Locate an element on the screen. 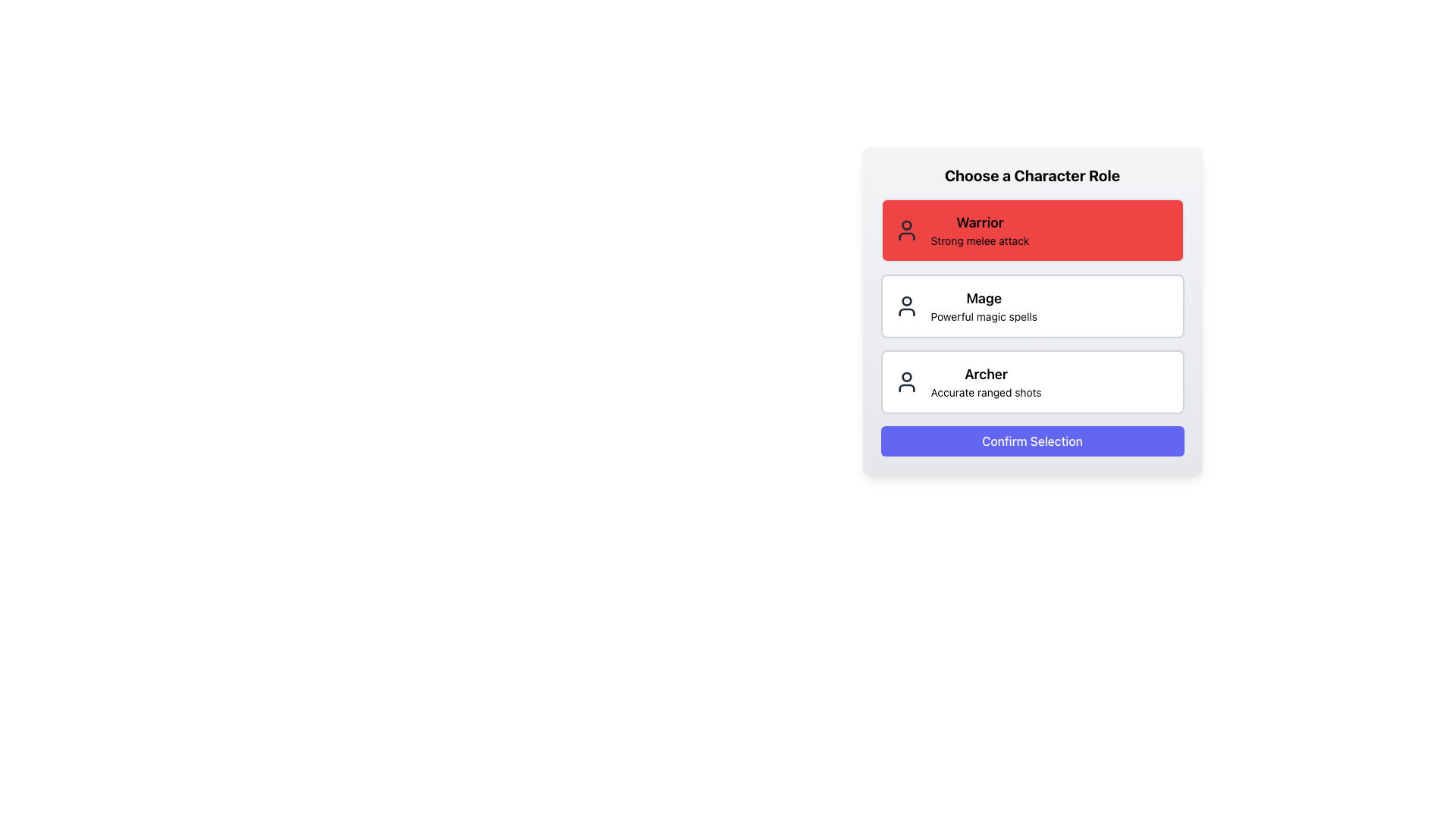 This screenshot has width=1456, height=819. the text label displaying 'Accurate ranged shots', which is positioned below 'Archer' and is part of the third selectable option in 'Choose a Character Role' is located at coordinates (986, 391).